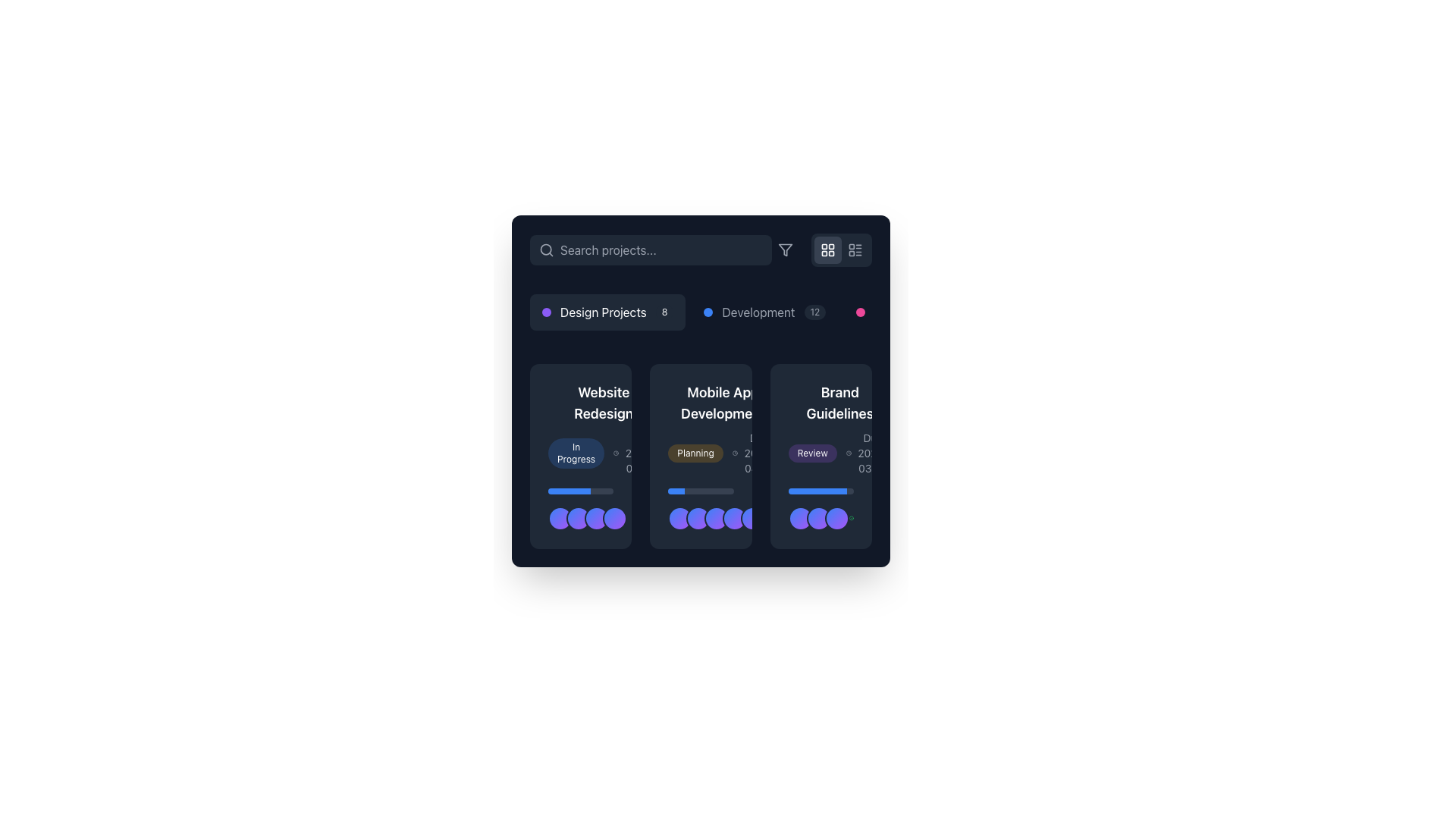 This screenshot has width=1456, height=819. I want to click on the fourth circular avatar indicator located beneath the progress bar in the 'Mobile App Development' section, so click(735, 517).